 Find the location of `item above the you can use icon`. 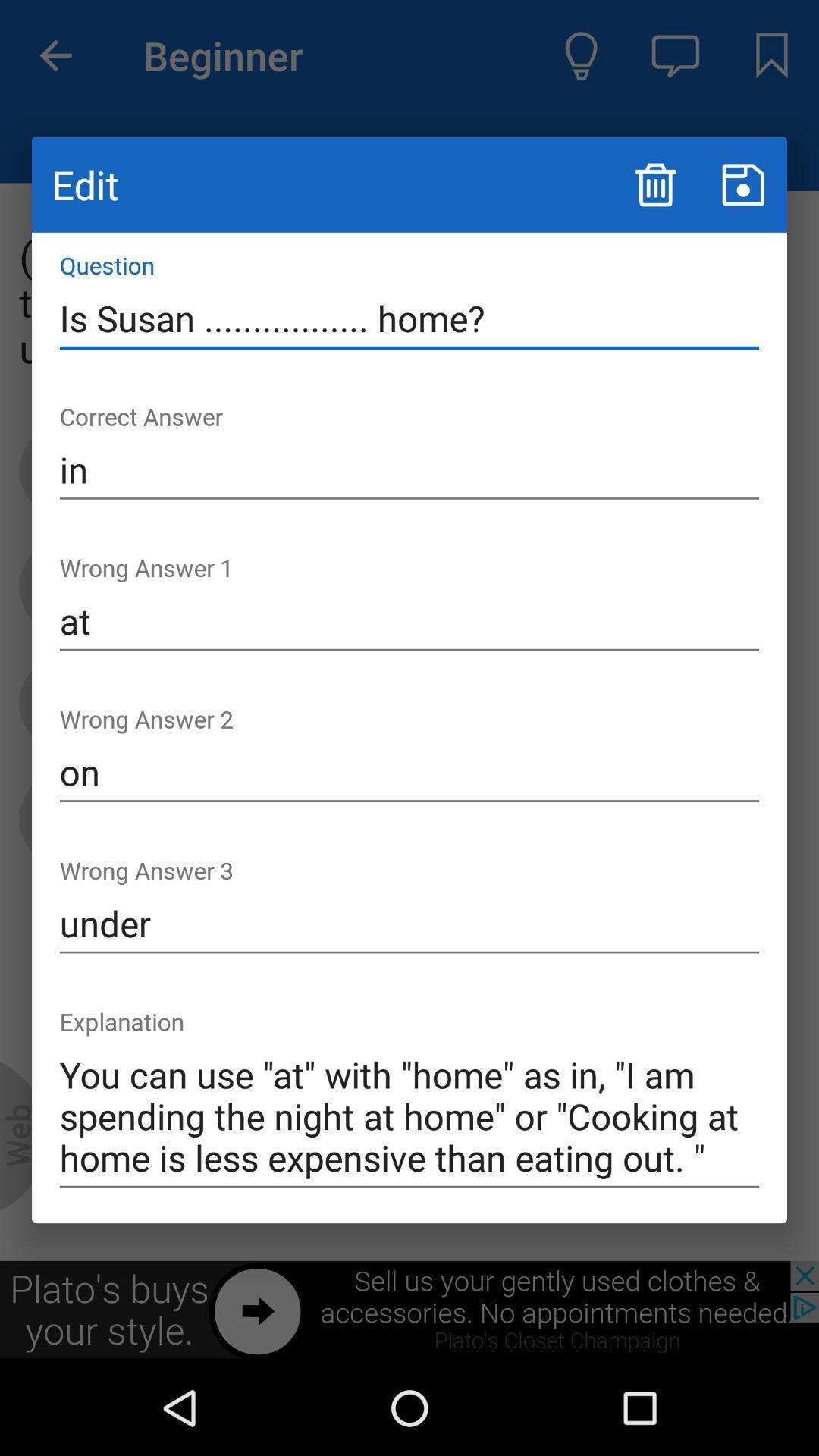

item above the you can use icon is located at coordinates (409, 923).